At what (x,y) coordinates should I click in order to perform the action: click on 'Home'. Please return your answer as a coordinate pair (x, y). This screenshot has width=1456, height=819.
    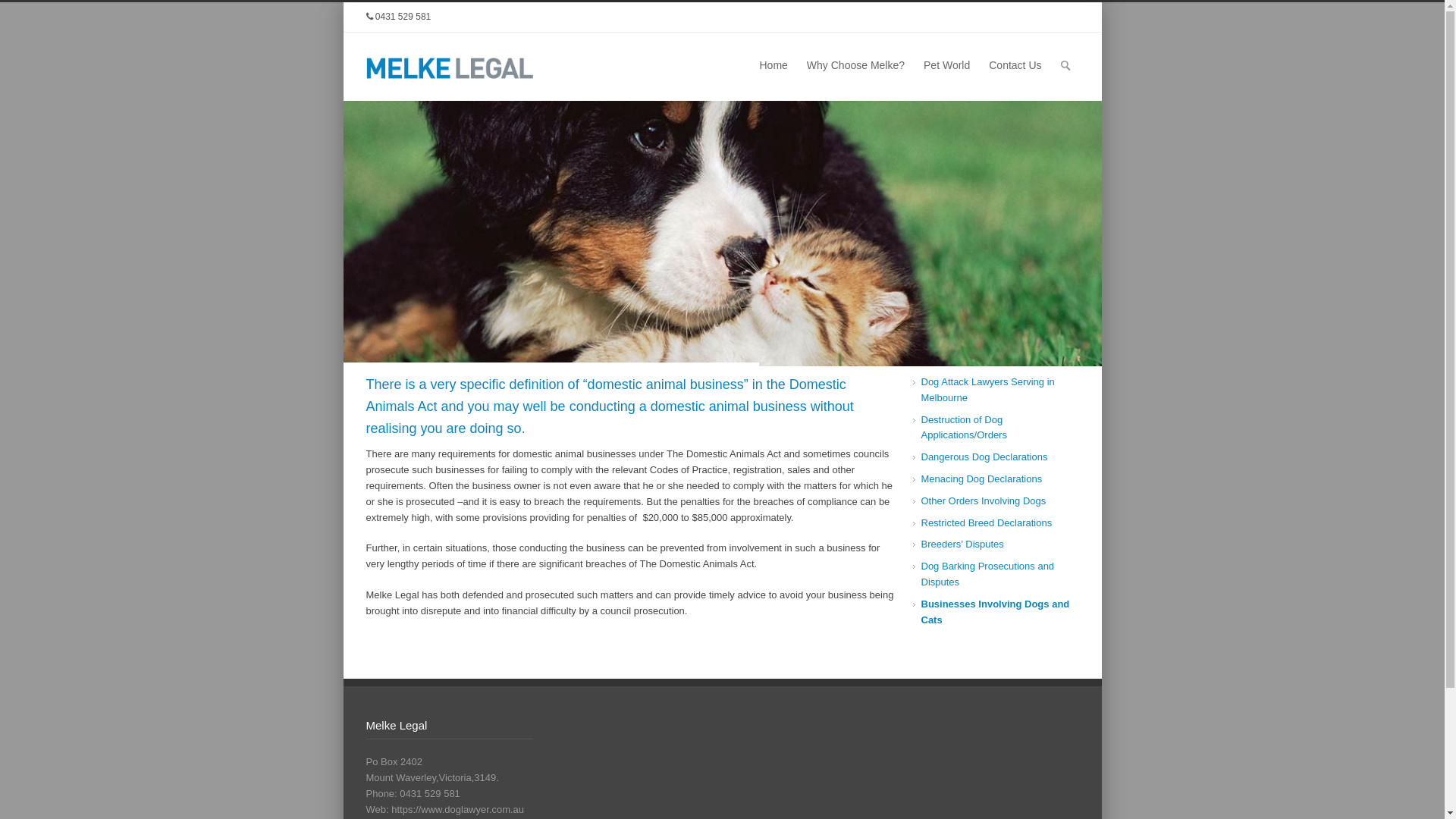
    Looking at the image, I should click on (755, 66).